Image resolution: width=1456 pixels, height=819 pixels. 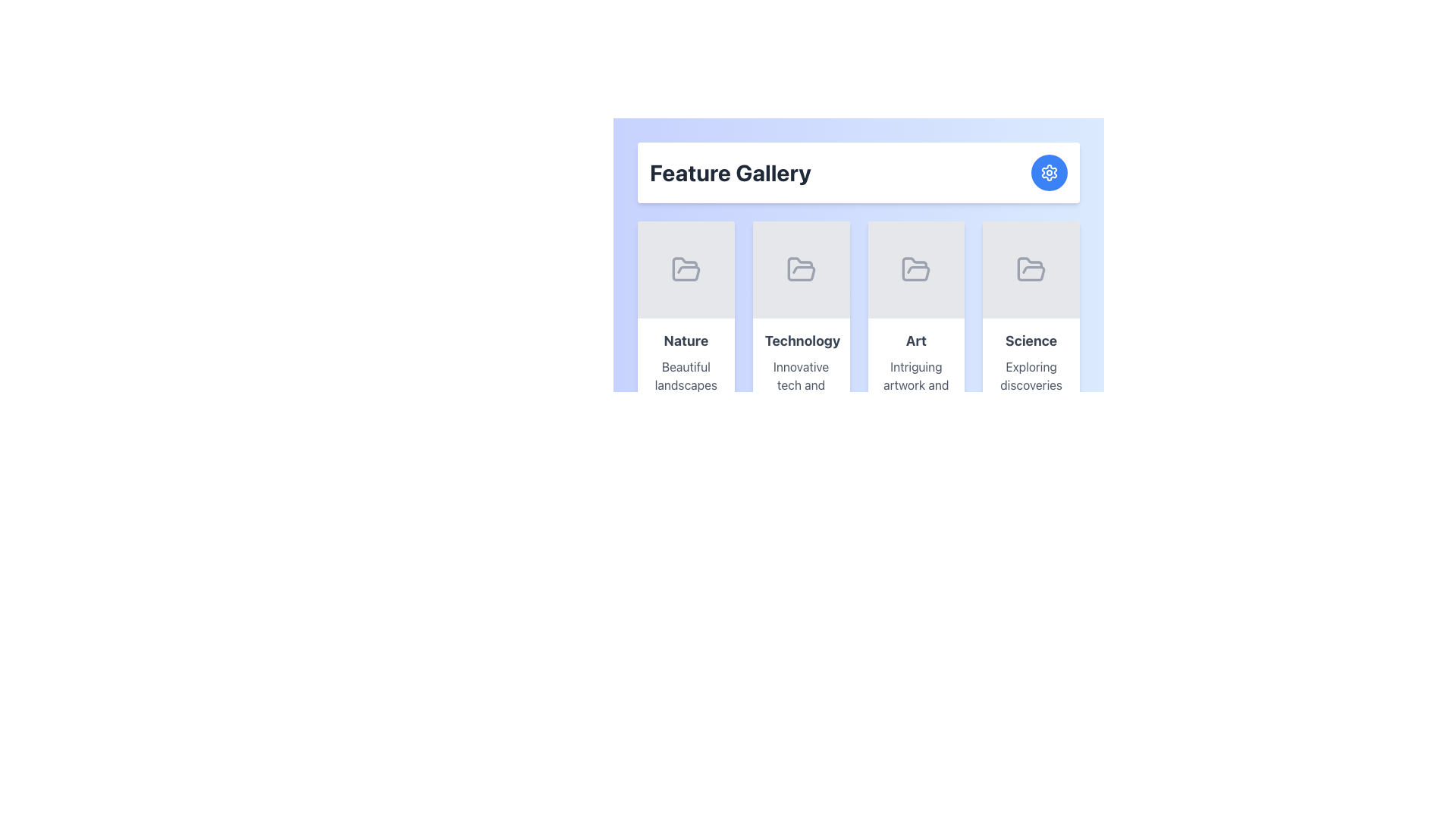 What do you see at coordinates (1048, 171) in the screenshot?
I see `the settings icon located in the top-right corner of the 'Feature Gallery' header` at bounding box center [1048, 171].